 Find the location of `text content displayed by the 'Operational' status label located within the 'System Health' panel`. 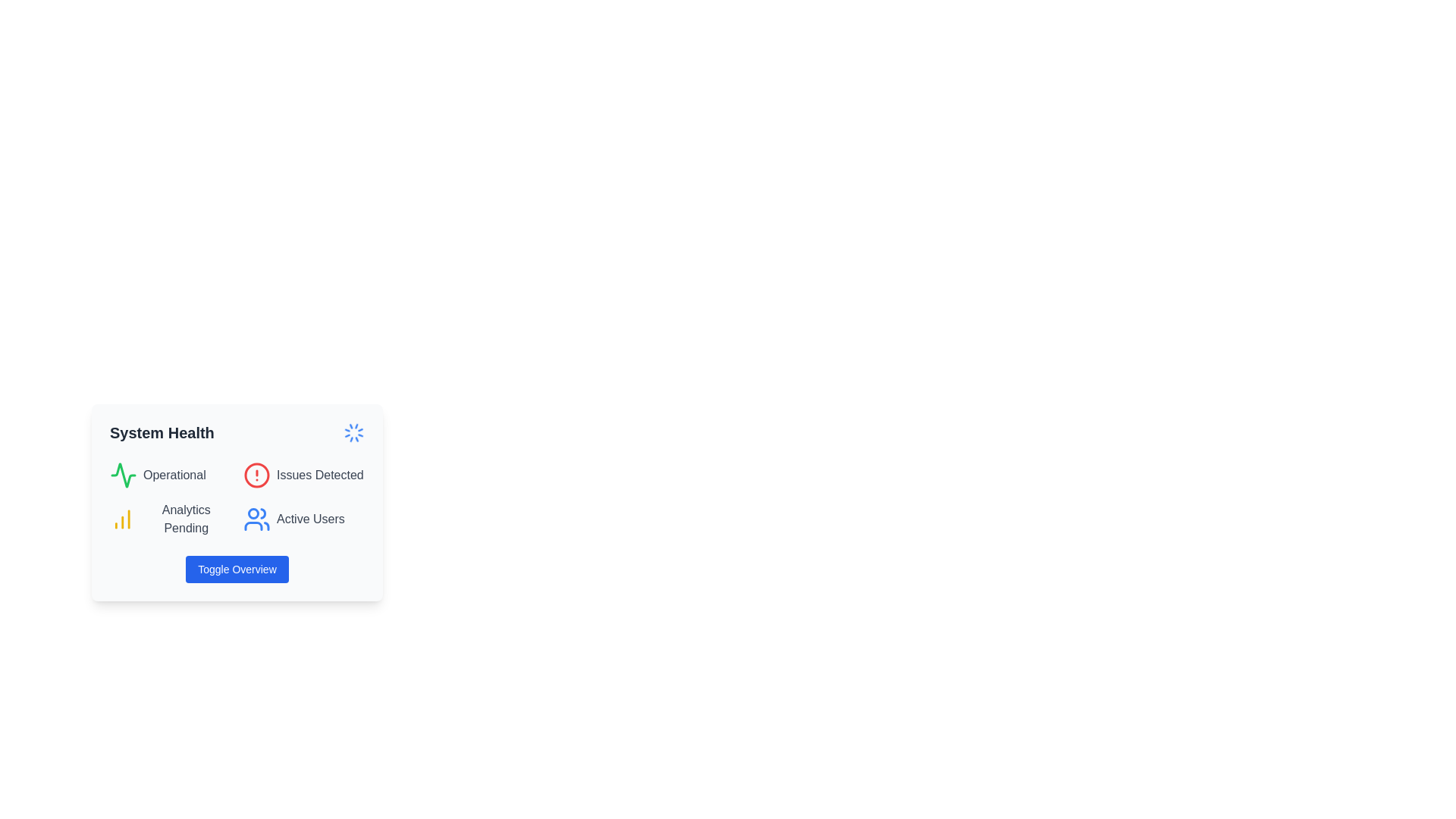

text content displayed by the 'Operational' status label located within the 'System Health' panel is located at coordinates (174, 475).